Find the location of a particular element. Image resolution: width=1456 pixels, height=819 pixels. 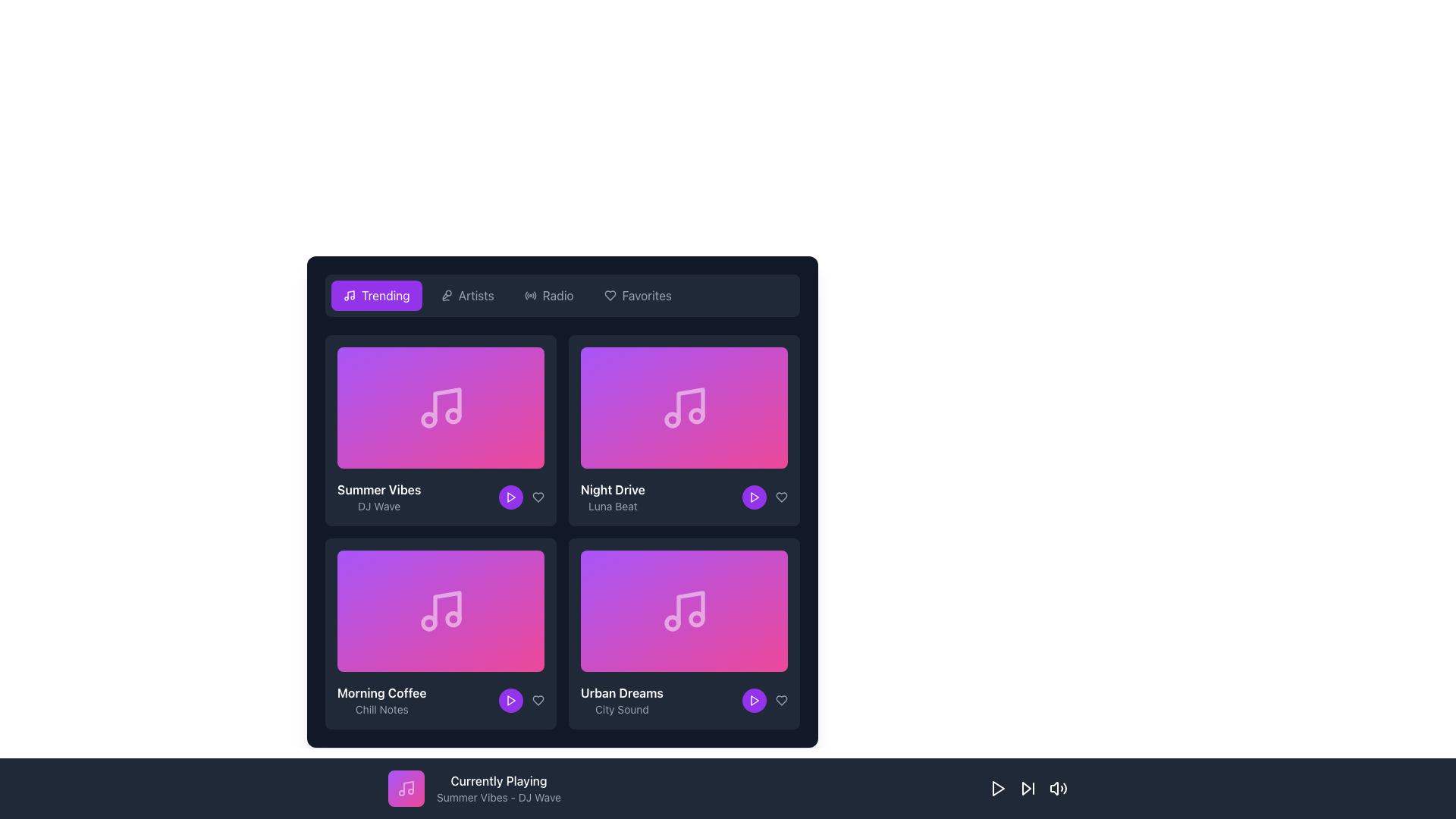

the stylized heart icon located at the bottom-right corner of the 'Morning Coffee' music card to change its color to red is located at coordinates (538, 701).